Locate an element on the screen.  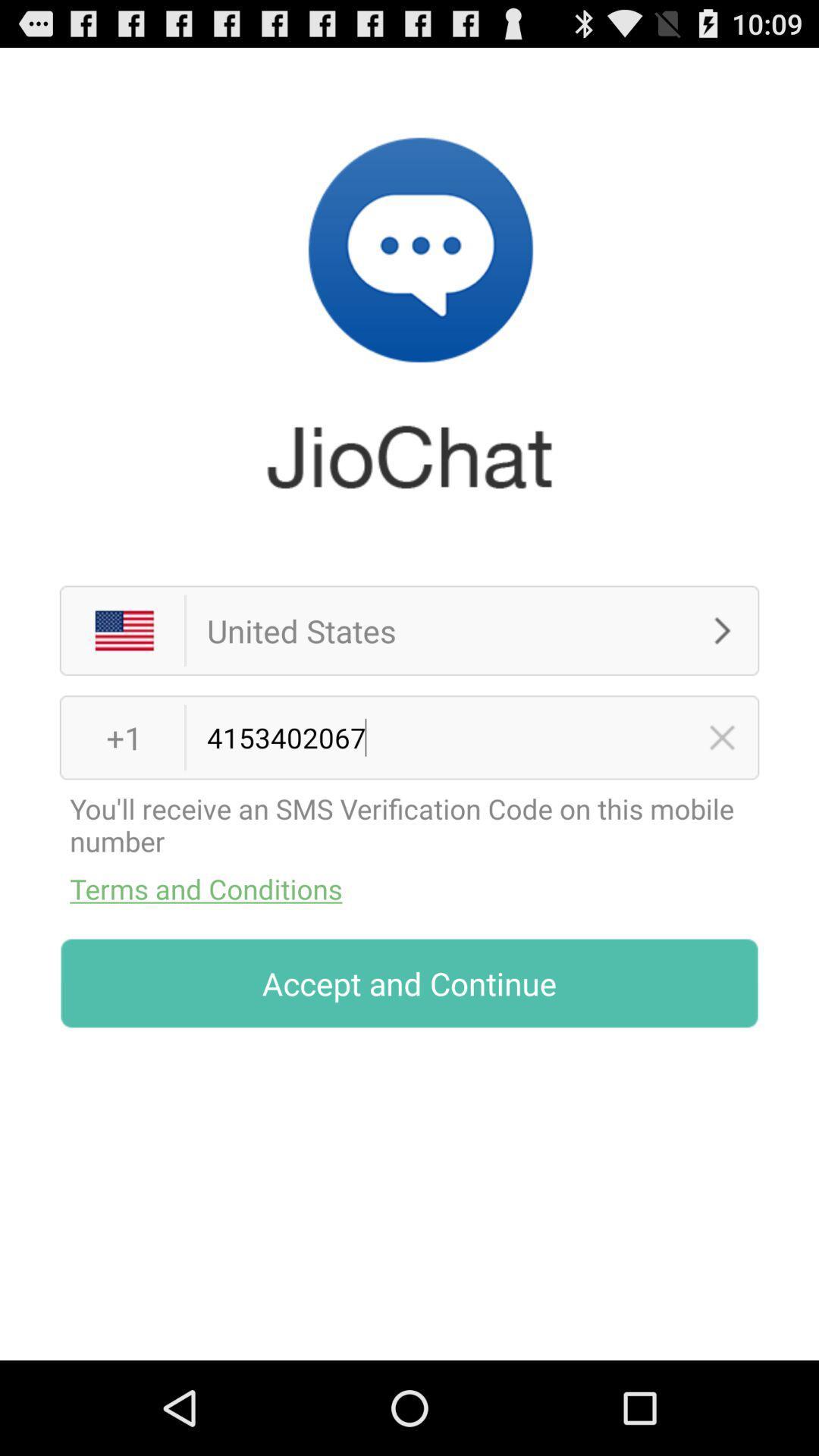
delete number information is located at coordinates (721, 737).